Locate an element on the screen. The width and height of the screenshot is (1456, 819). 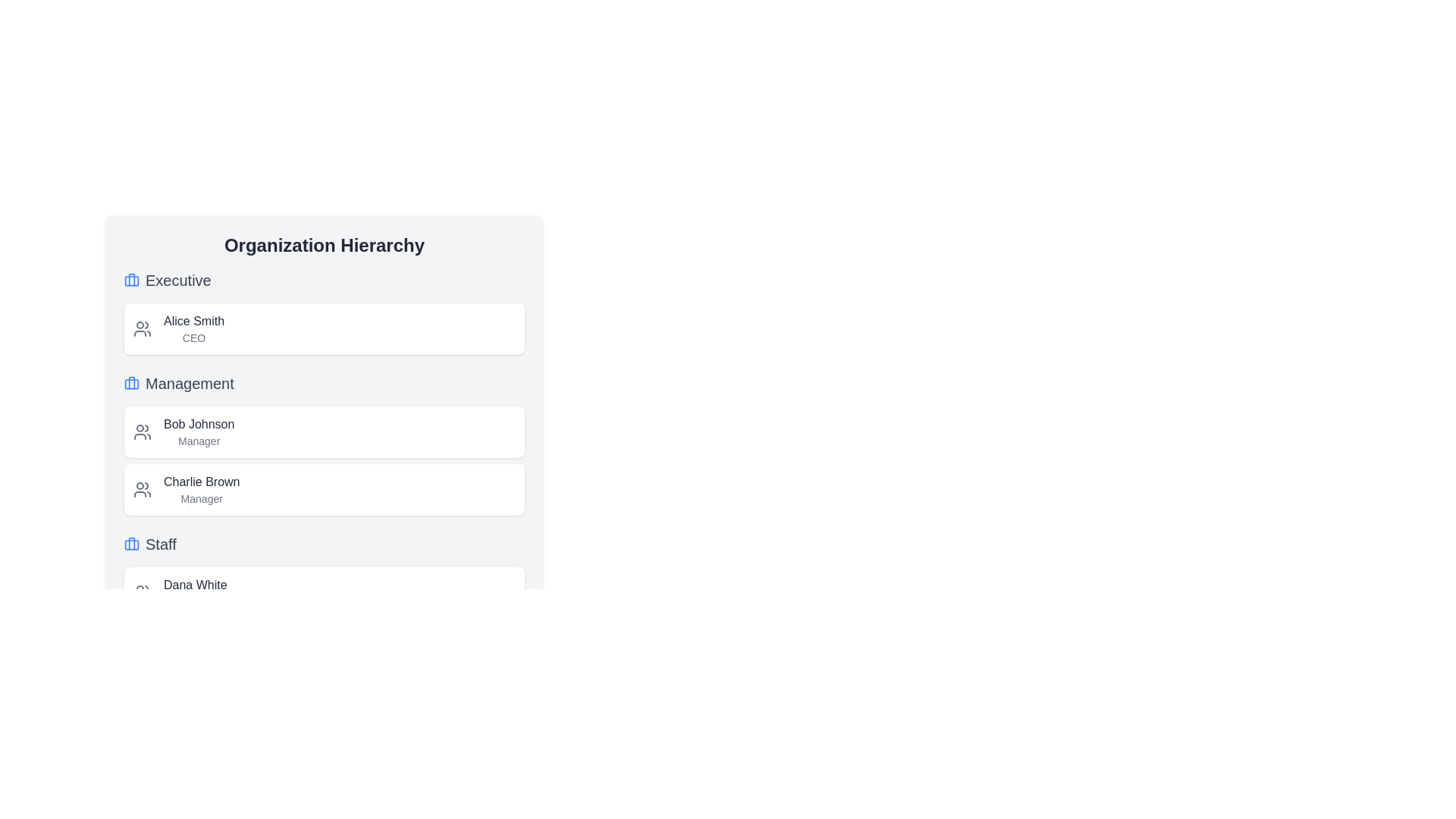
the List Item element labeled 'Charlie Brown' is located at coordinates (323, 489).